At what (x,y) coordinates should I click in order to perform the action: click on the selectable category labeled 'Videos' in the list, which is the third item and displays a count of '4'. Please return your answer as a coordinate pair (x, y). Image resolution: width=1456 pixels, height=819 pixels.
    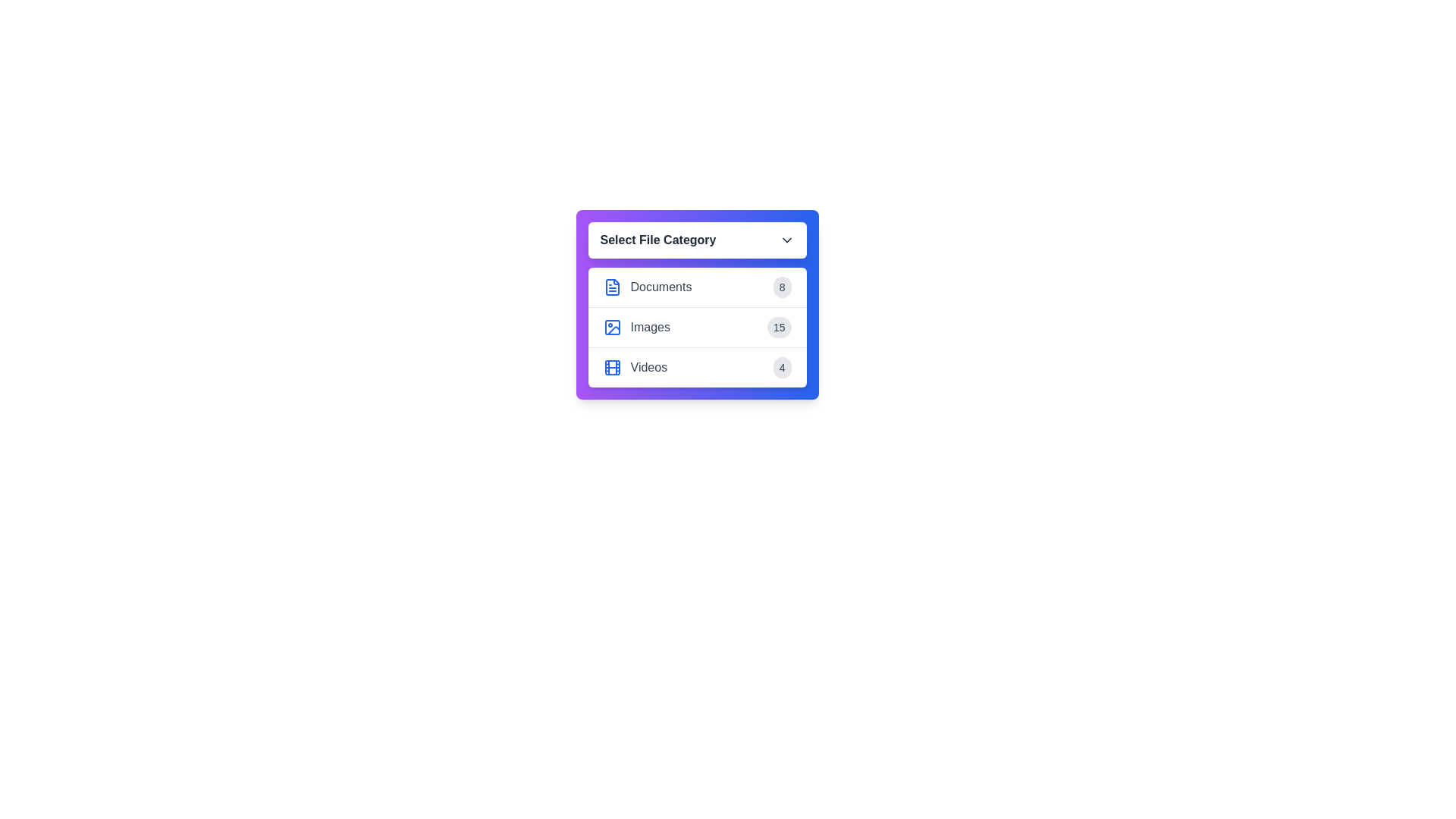
    Looking at the image, I should click on (696, 367).